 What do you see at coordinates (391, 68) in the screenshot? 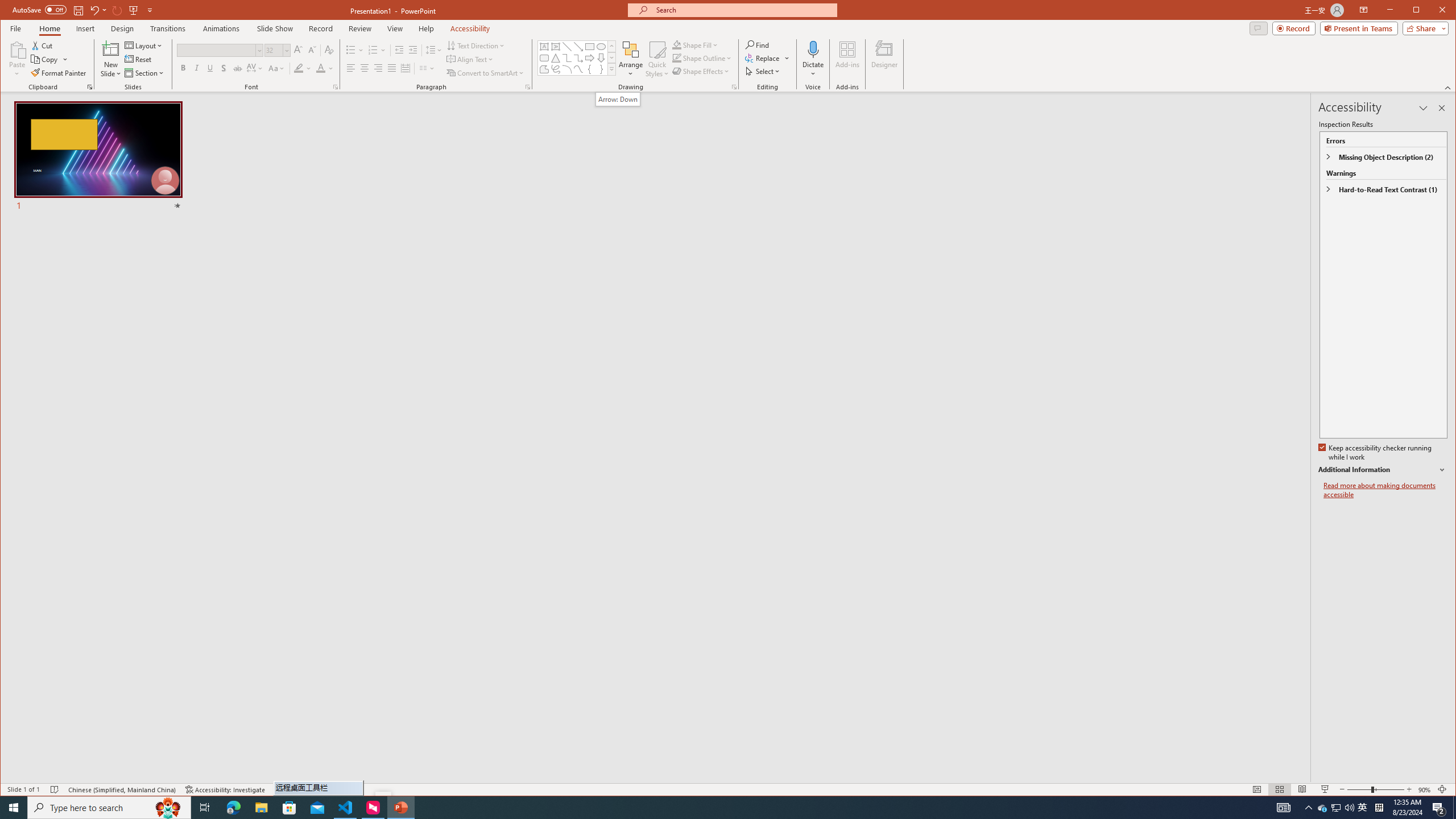
I see `'Justify'` at bounding box center [391, 68].